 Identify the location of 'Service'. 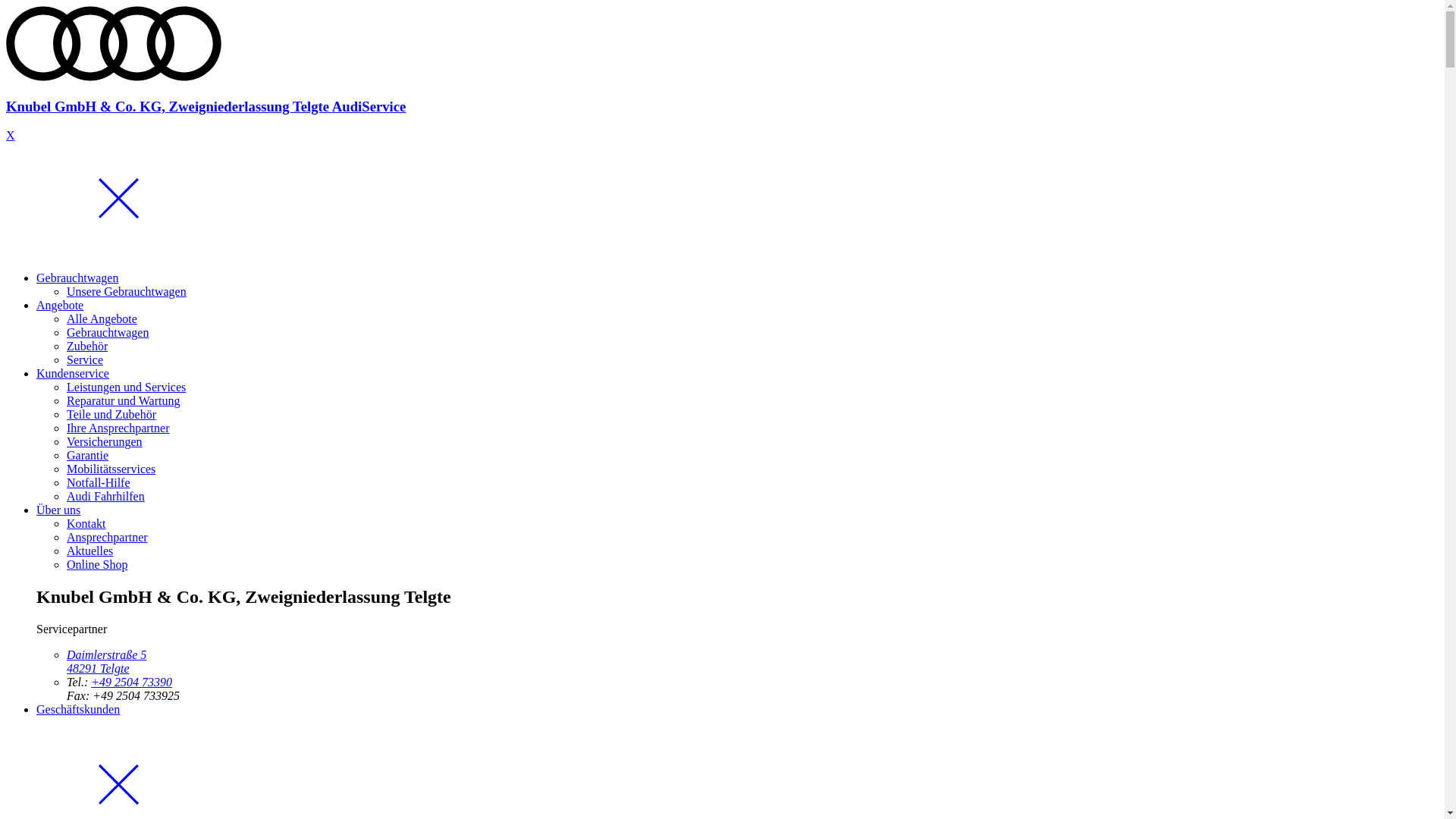
(65, 359).